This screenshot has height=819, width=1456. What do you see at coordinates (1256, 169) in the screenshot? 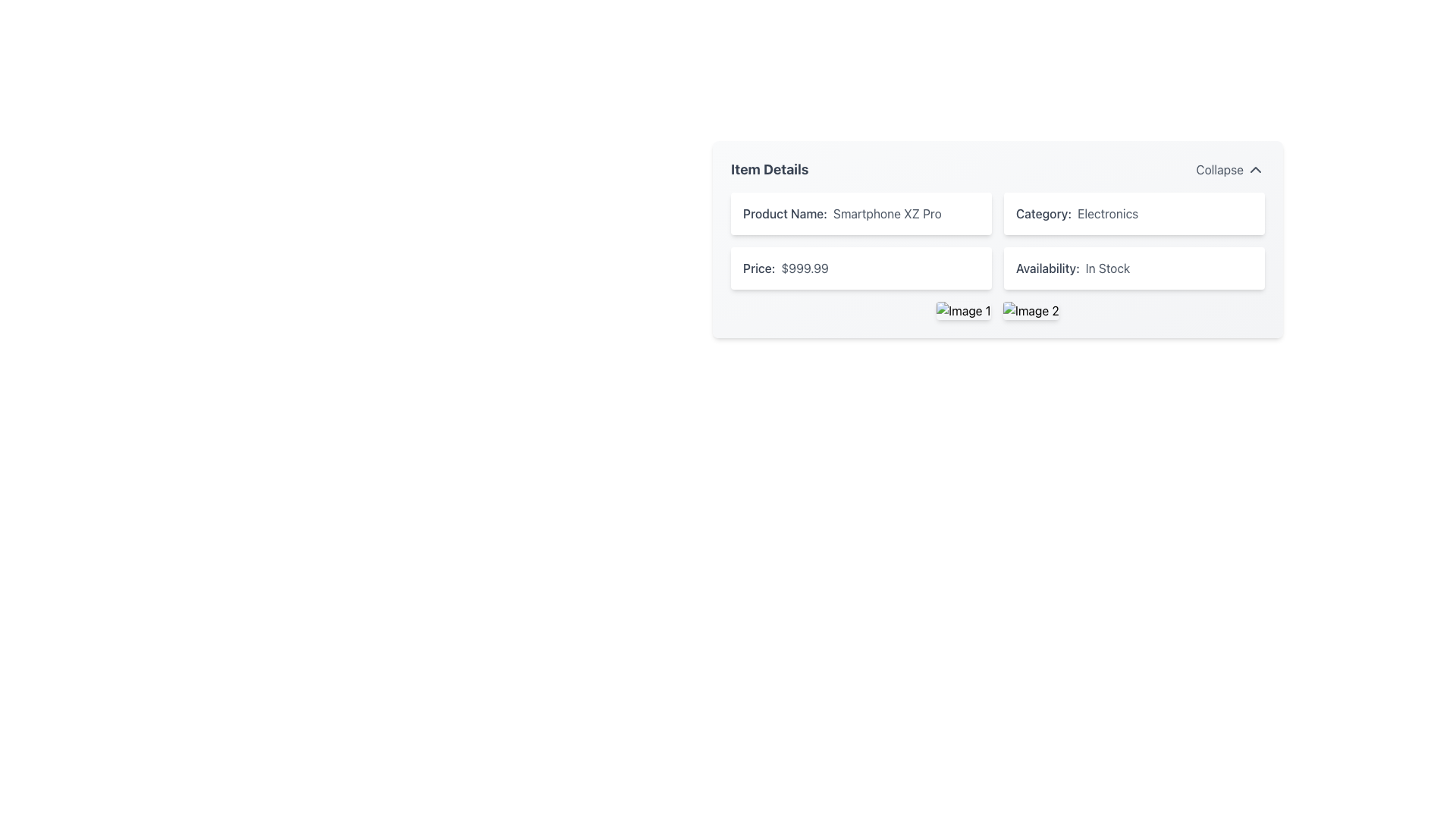
I see `the collapse icon located at the top-right corner of the card to minimize the content associated with it` at bounding box center [1256, 169].